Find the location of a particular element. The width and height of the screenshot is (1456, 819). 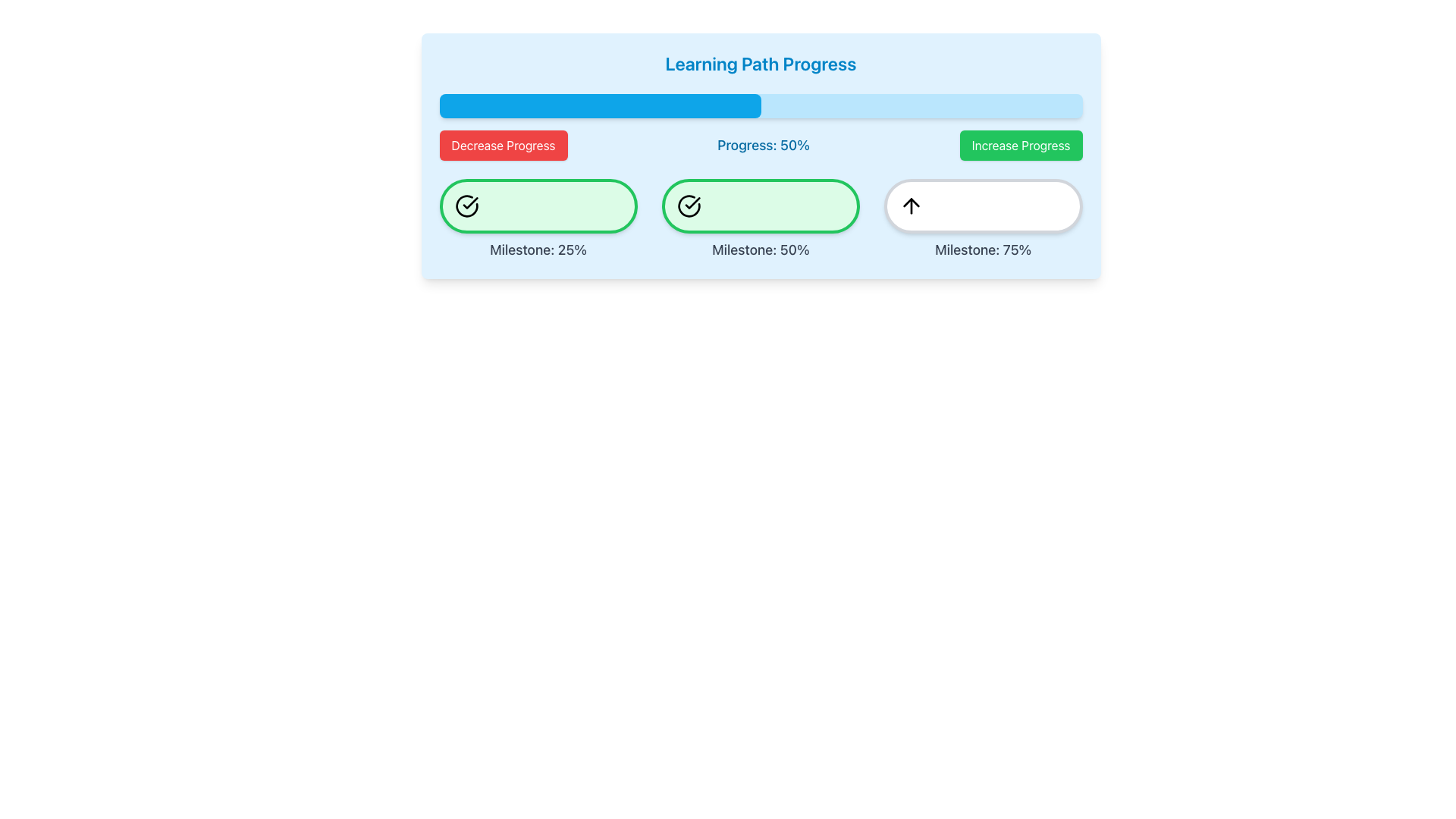

the circular icon with a checkmark inside, which is styled with a black outline and a light green background, located in the second green circular milestone indicator for 'Milestone: 50%.' is located at coordinates (688, 206).